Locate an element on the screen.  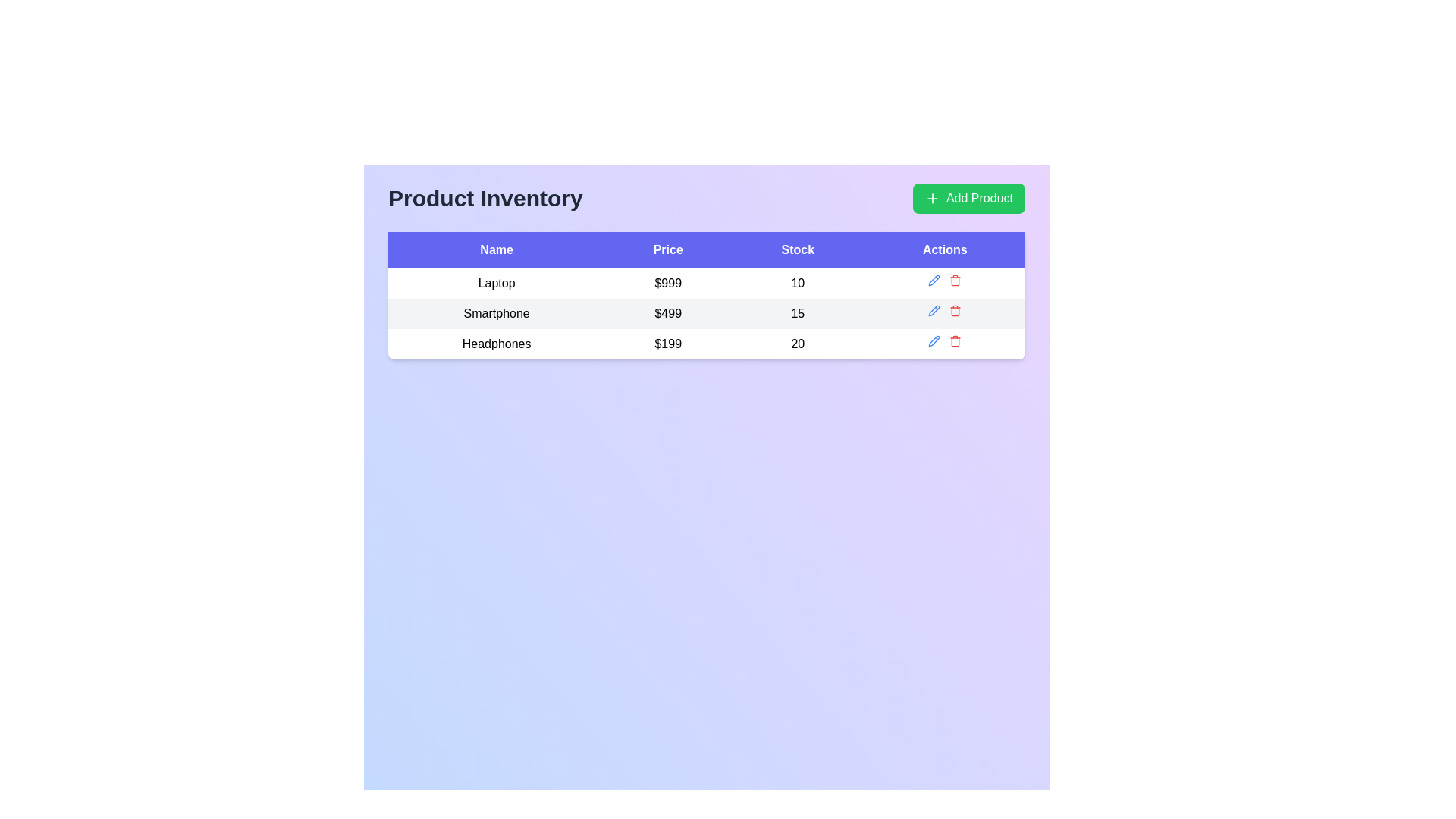
the associated column for the Text Label positioned as the fourth element is located at coordinates (944, 249).